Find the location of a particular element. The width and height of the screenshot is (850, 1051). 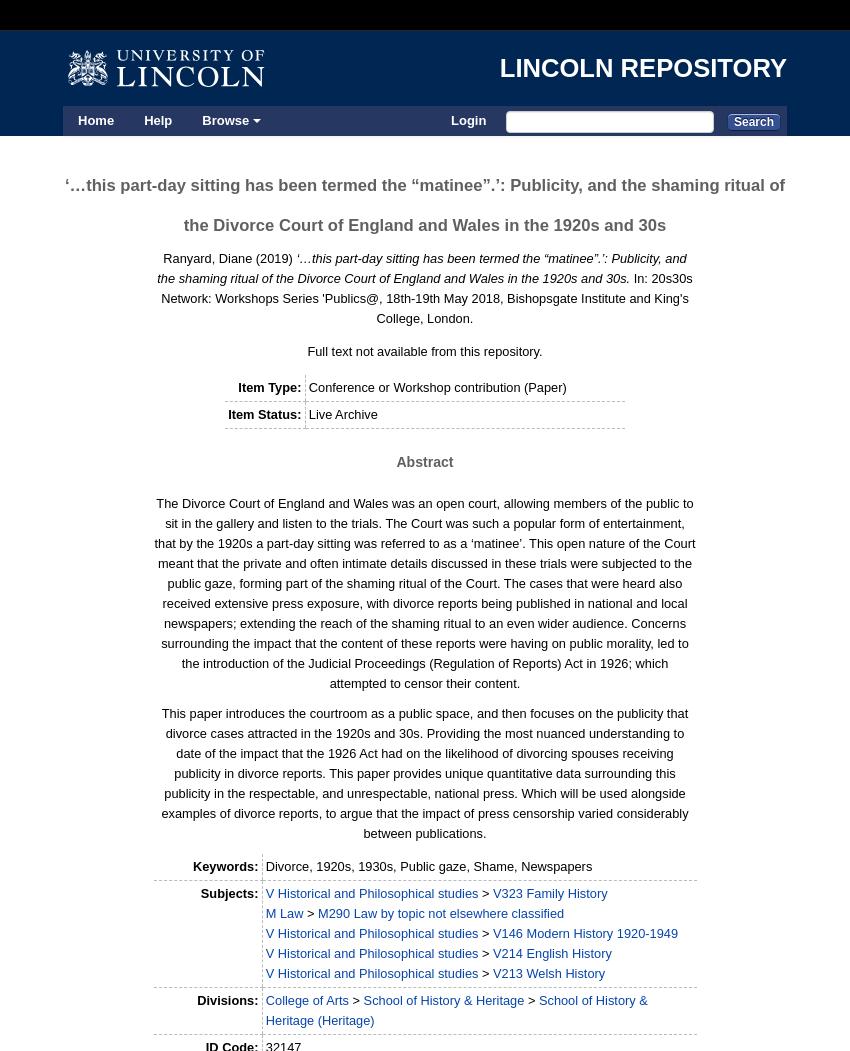

'School of History & Heritage' is located at coordinates (442, 1000).